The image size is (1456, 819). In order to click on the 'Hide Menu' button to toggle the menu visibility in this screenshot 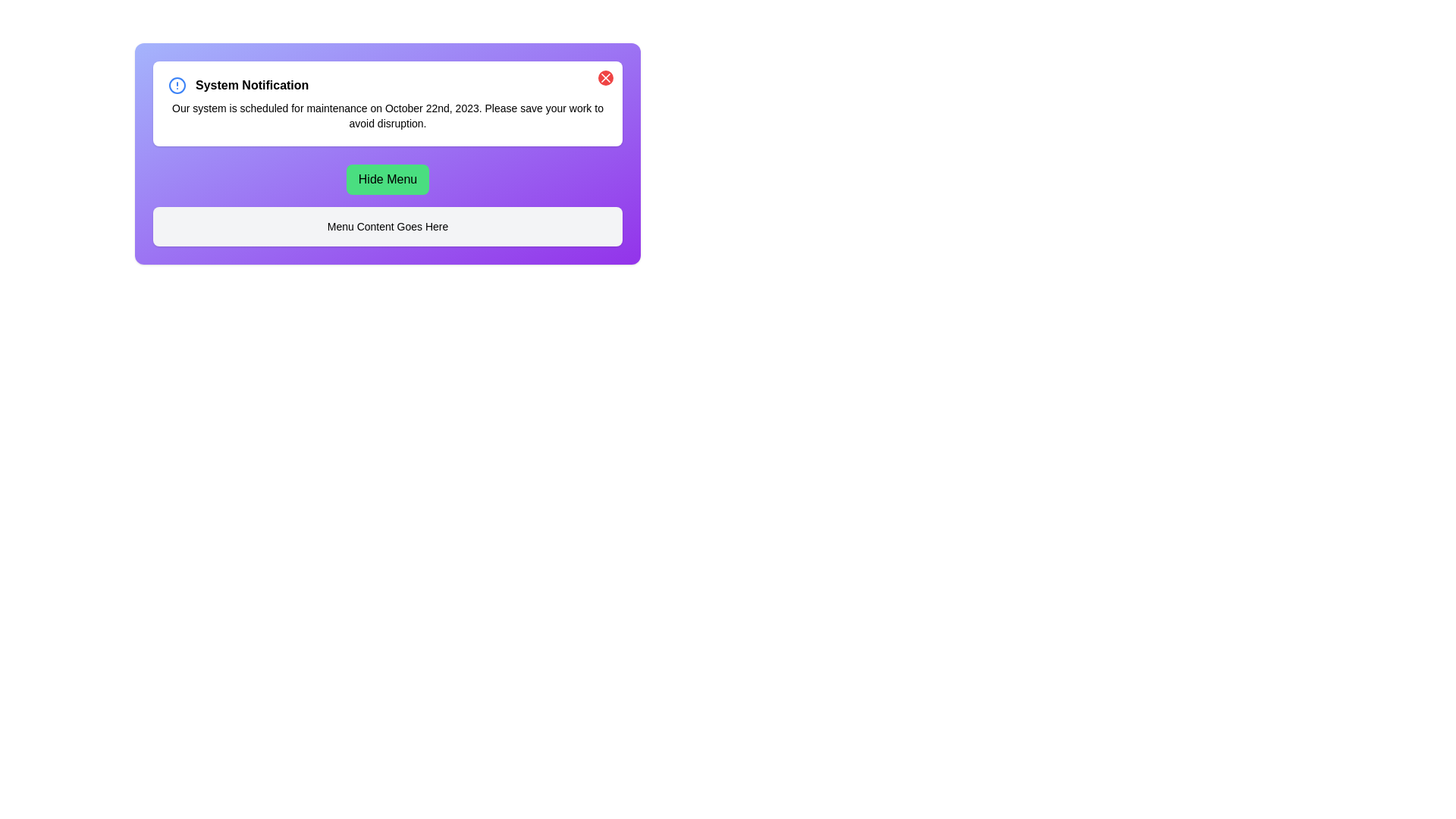, I will do `click(388, 178)`.